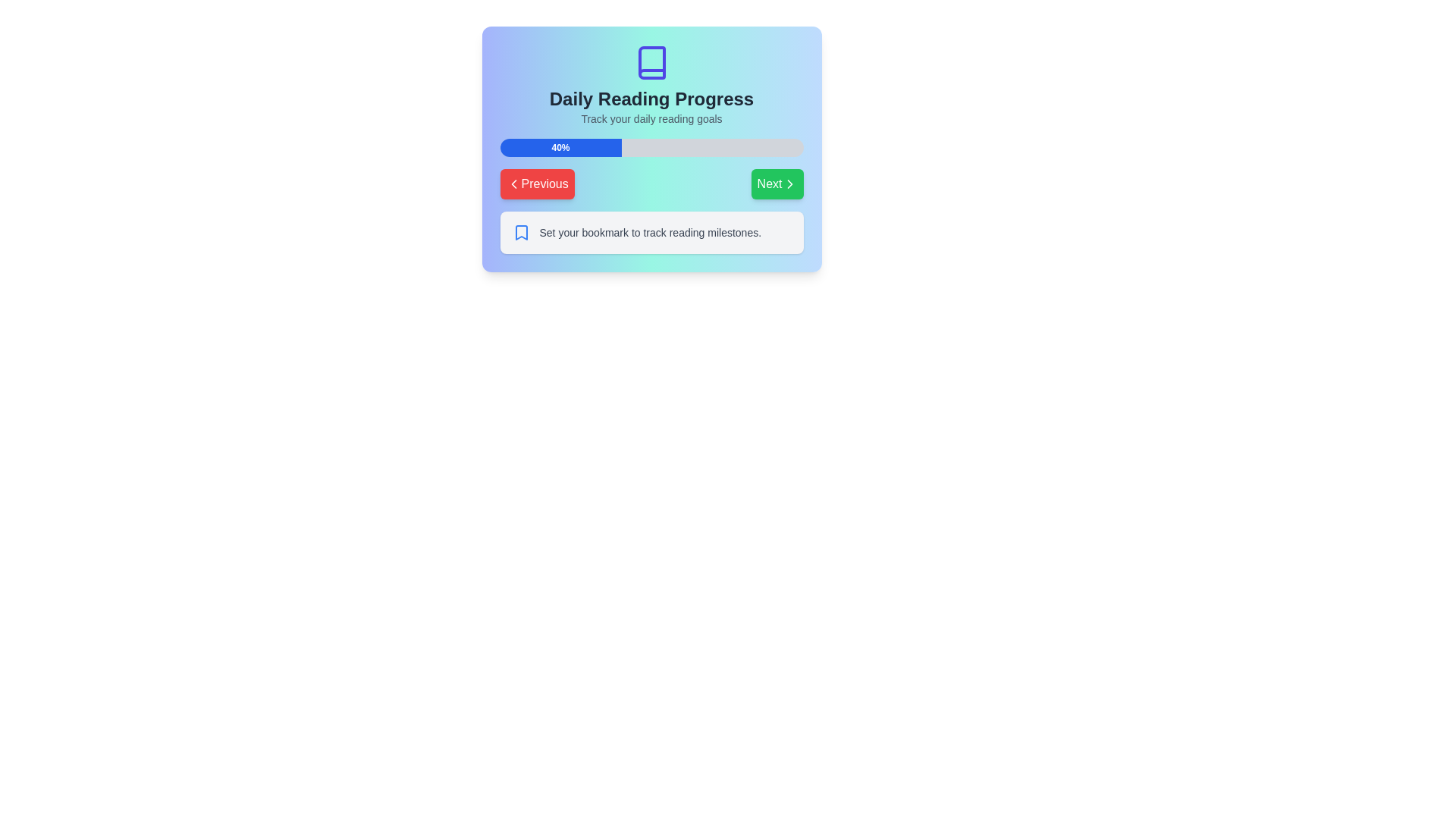  I want to click on the informational block that conveys the title and purpose of the daily reading progress tracking functionality, located at the top section of a colorful card interface, so click(651, 85).